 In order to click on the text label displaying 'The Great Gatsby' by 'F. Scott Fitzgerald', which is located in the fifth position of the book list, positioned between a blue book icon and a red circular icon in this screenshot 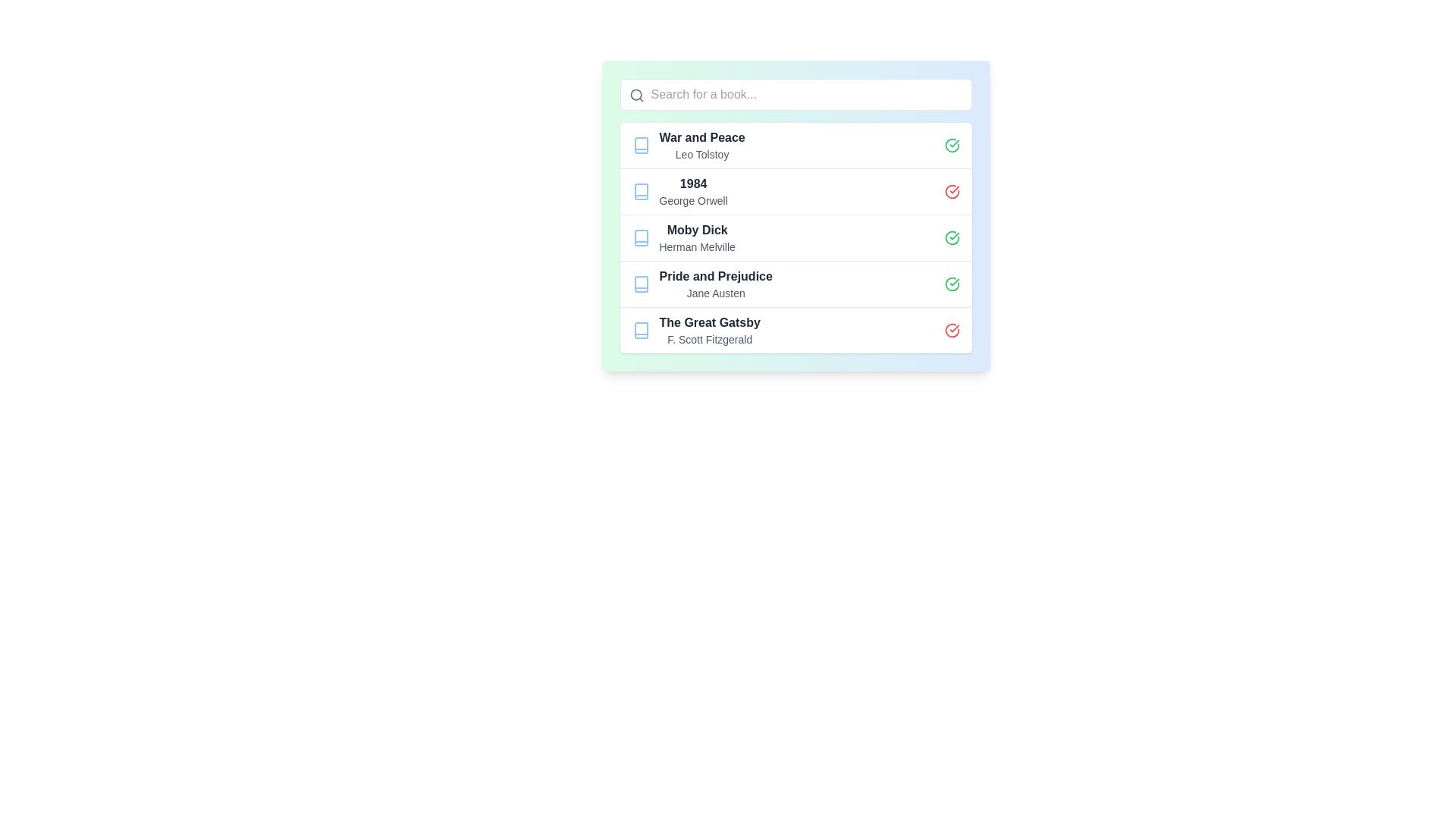, I will do `click(709, 329)`.